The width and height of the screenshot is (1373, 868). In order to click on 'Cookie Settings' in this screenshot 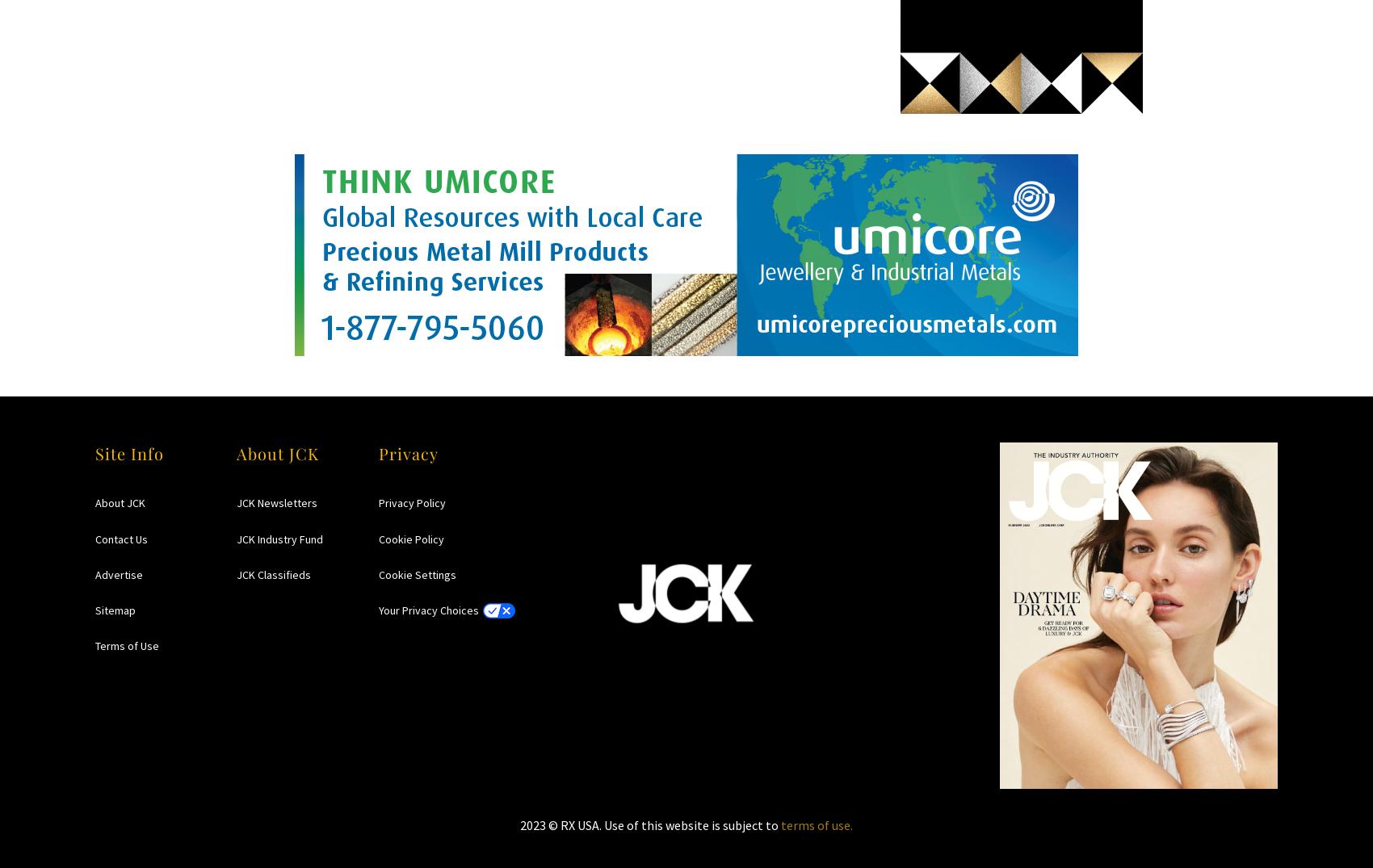, I will do `click(416, 573)`.